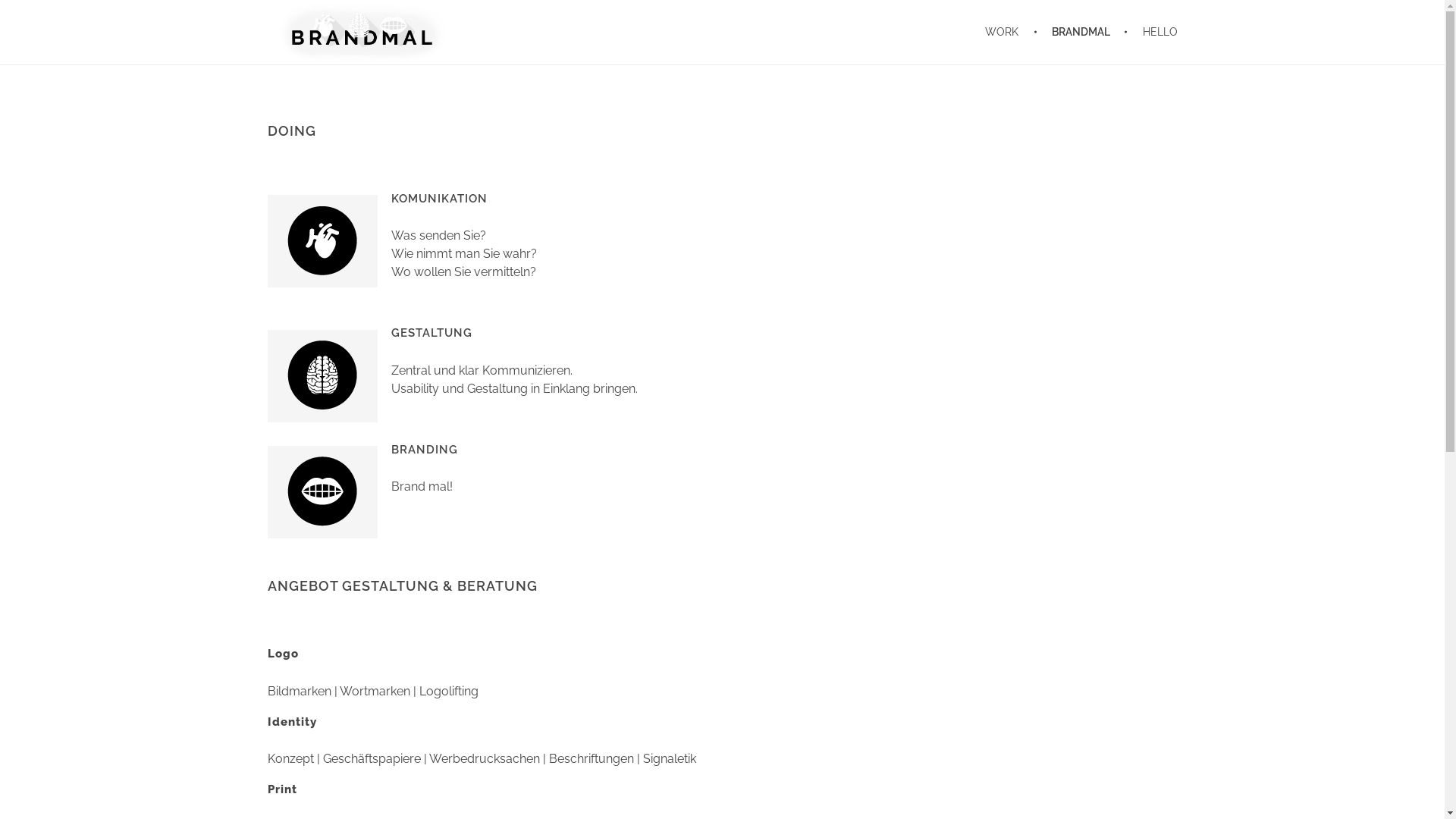  Describe the element at coordinates (1082, 32) in the screenshot. I see `'BRANDMAL'` at that location.